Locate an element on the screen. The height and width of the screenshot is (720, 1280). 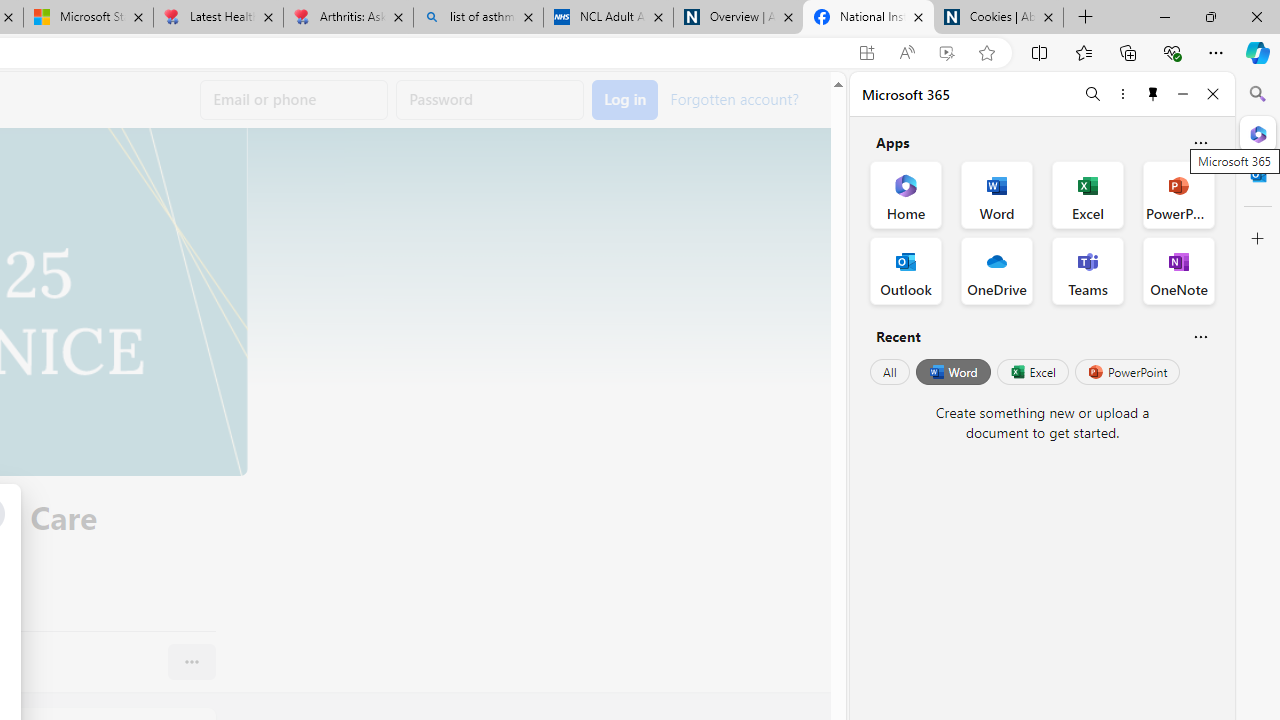
'All' is located at coordinates (889, 372).